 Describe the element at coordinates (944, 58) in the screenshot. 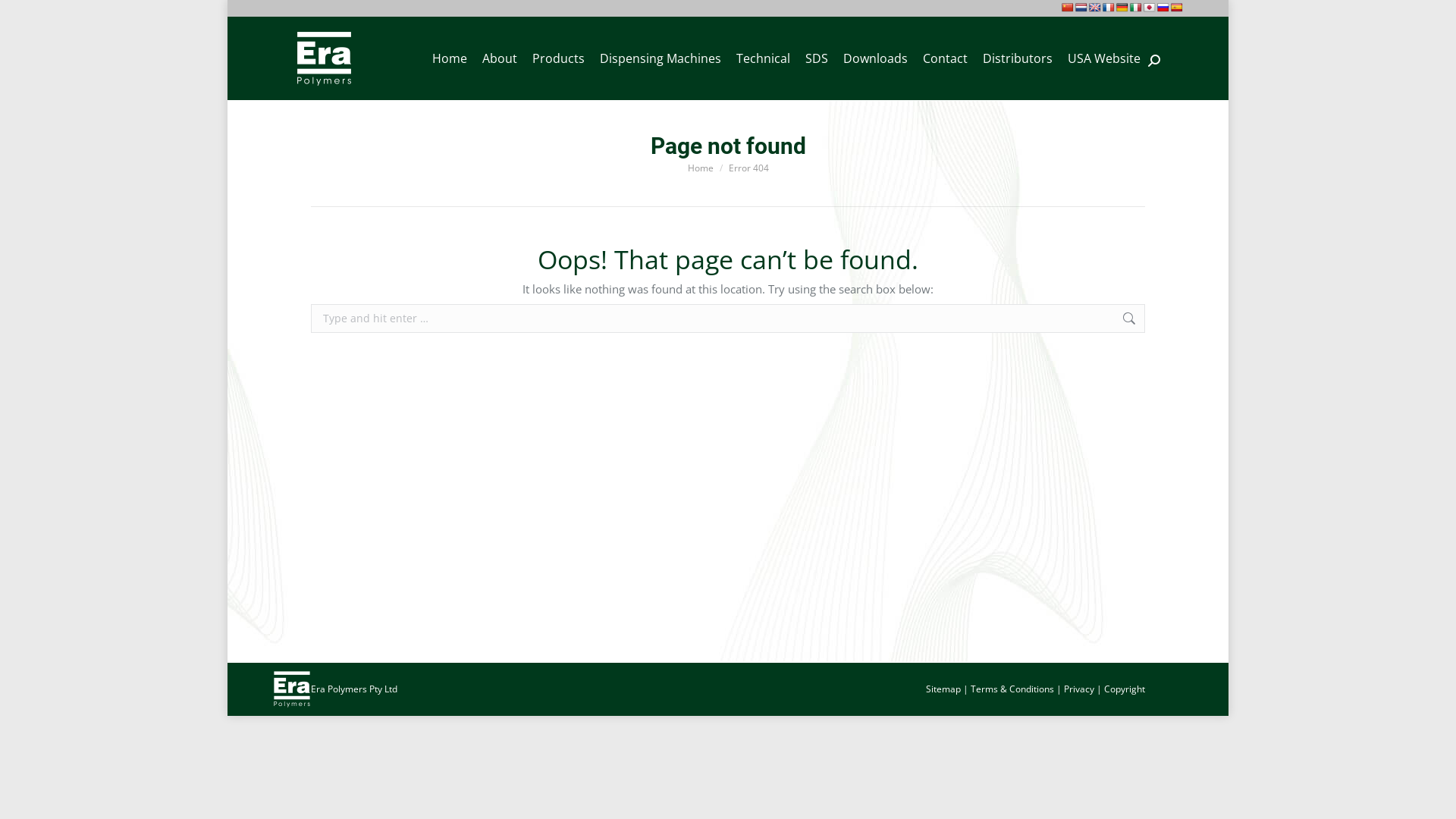

I see `'Contact'` at that location.